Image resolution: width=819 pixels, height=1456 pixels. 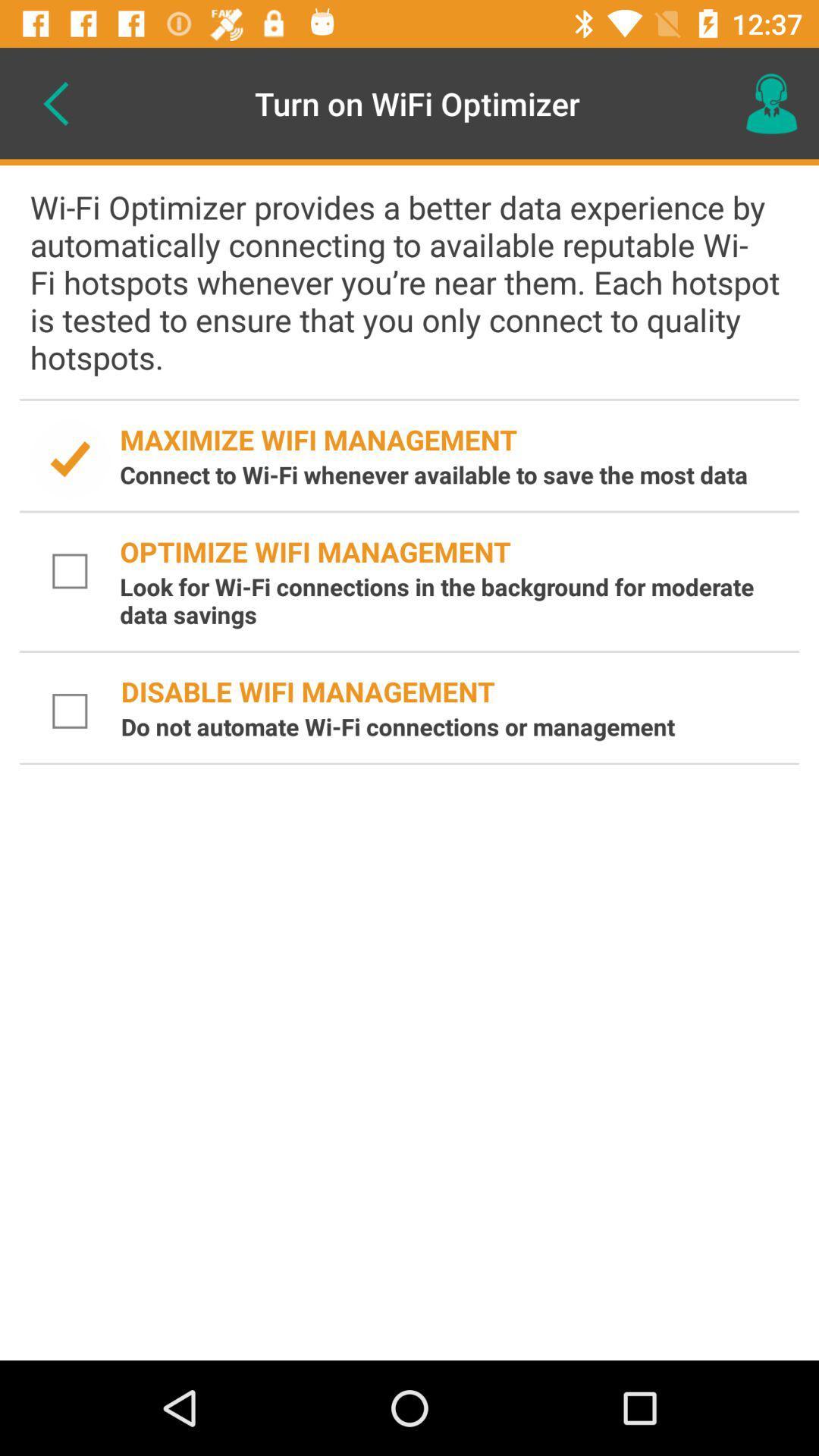 What do you see at coordinates (70, 458) in the screenshot?
I see `share the wifi` at bounding box center [70, 458].